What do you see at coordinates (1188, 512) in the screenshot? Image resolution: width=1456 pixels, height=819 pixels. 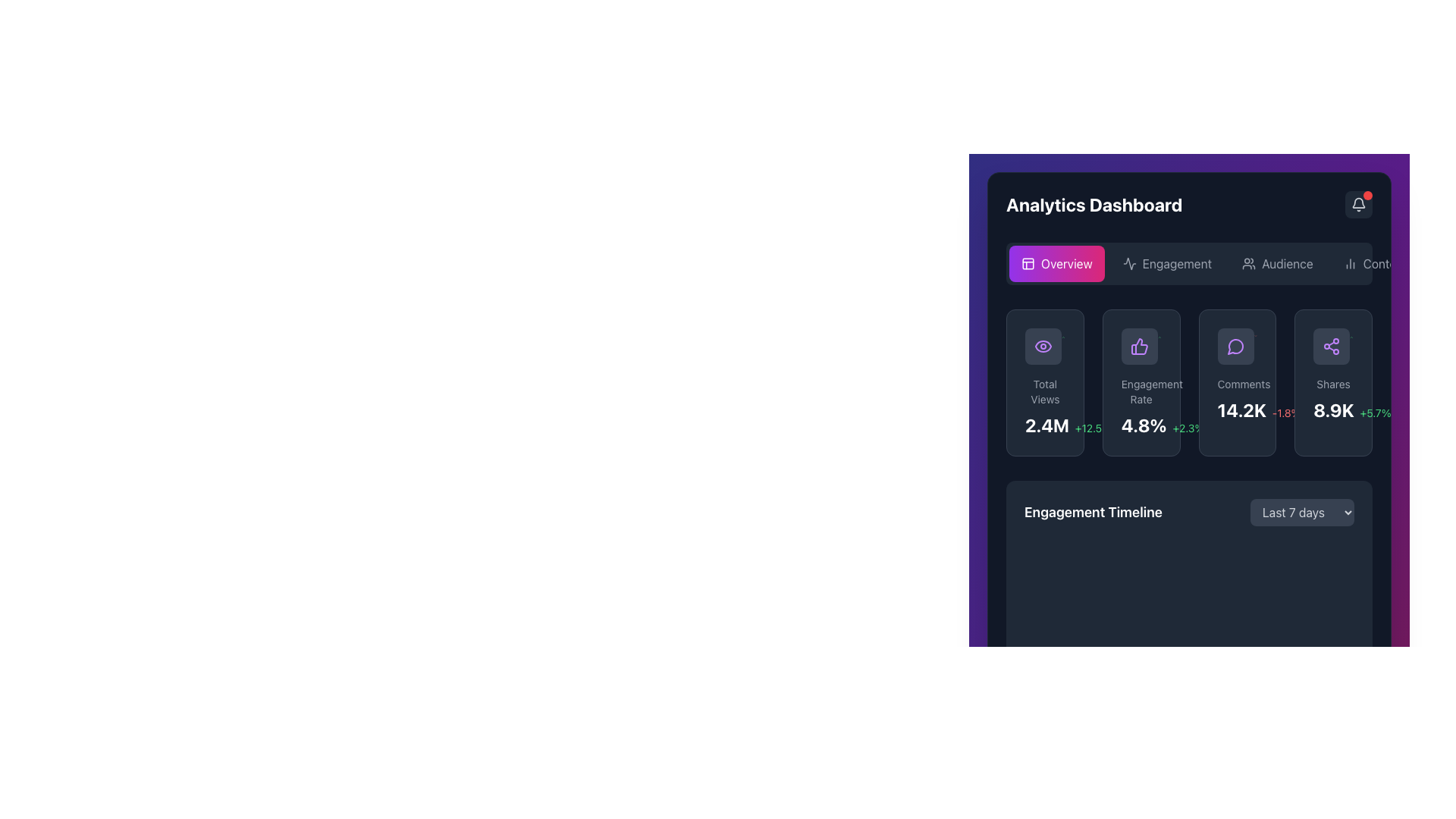 I see `the group containing the title 'Engagement Timeline' and the dropdown menu, which is centrally located beneath the metrics summary tiles` at bounding box center [1188, 512].